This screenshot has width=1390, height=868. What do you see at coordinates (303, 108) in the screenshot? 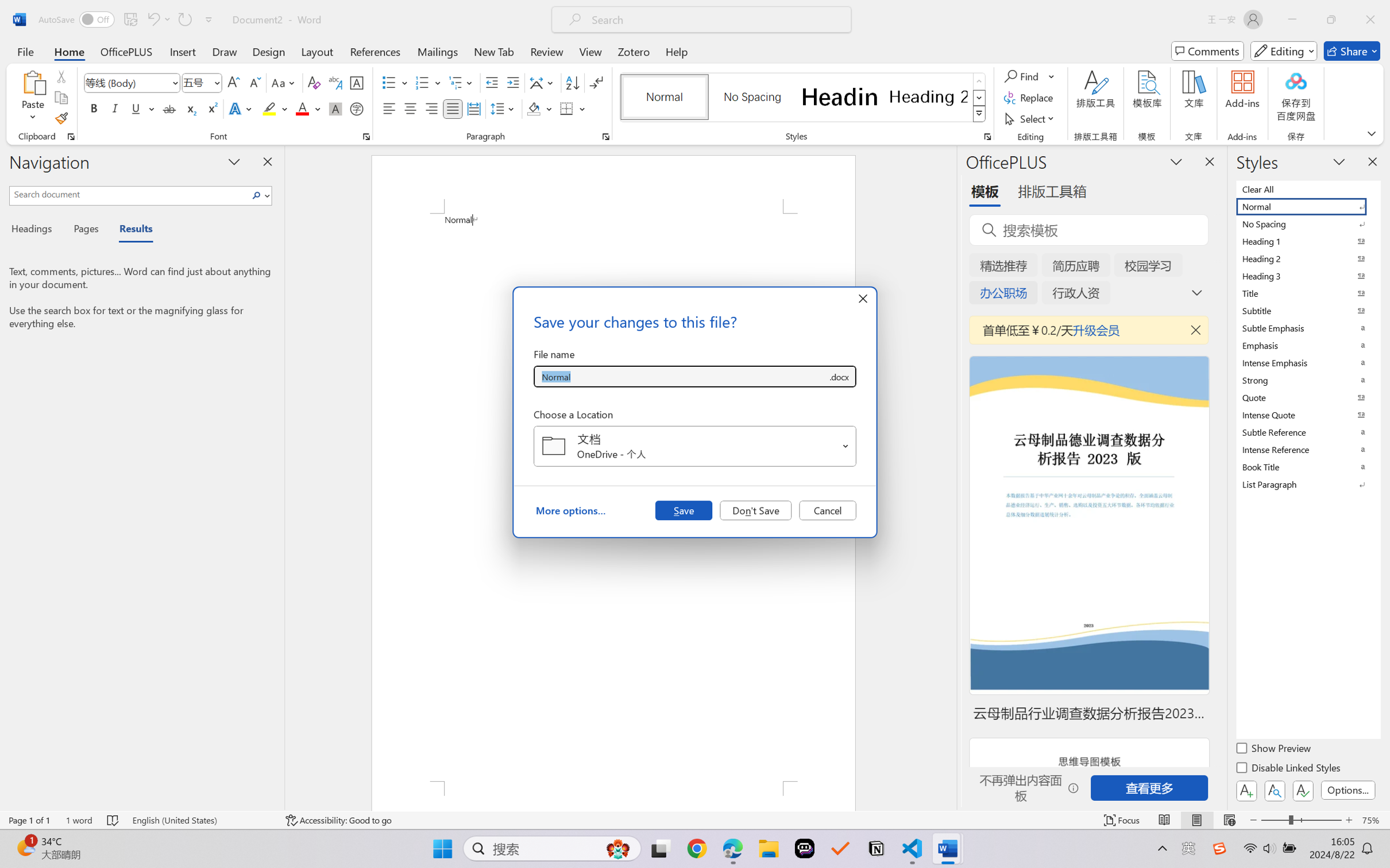
I see `'Font Color Red'` at bounding box center [303, 108].